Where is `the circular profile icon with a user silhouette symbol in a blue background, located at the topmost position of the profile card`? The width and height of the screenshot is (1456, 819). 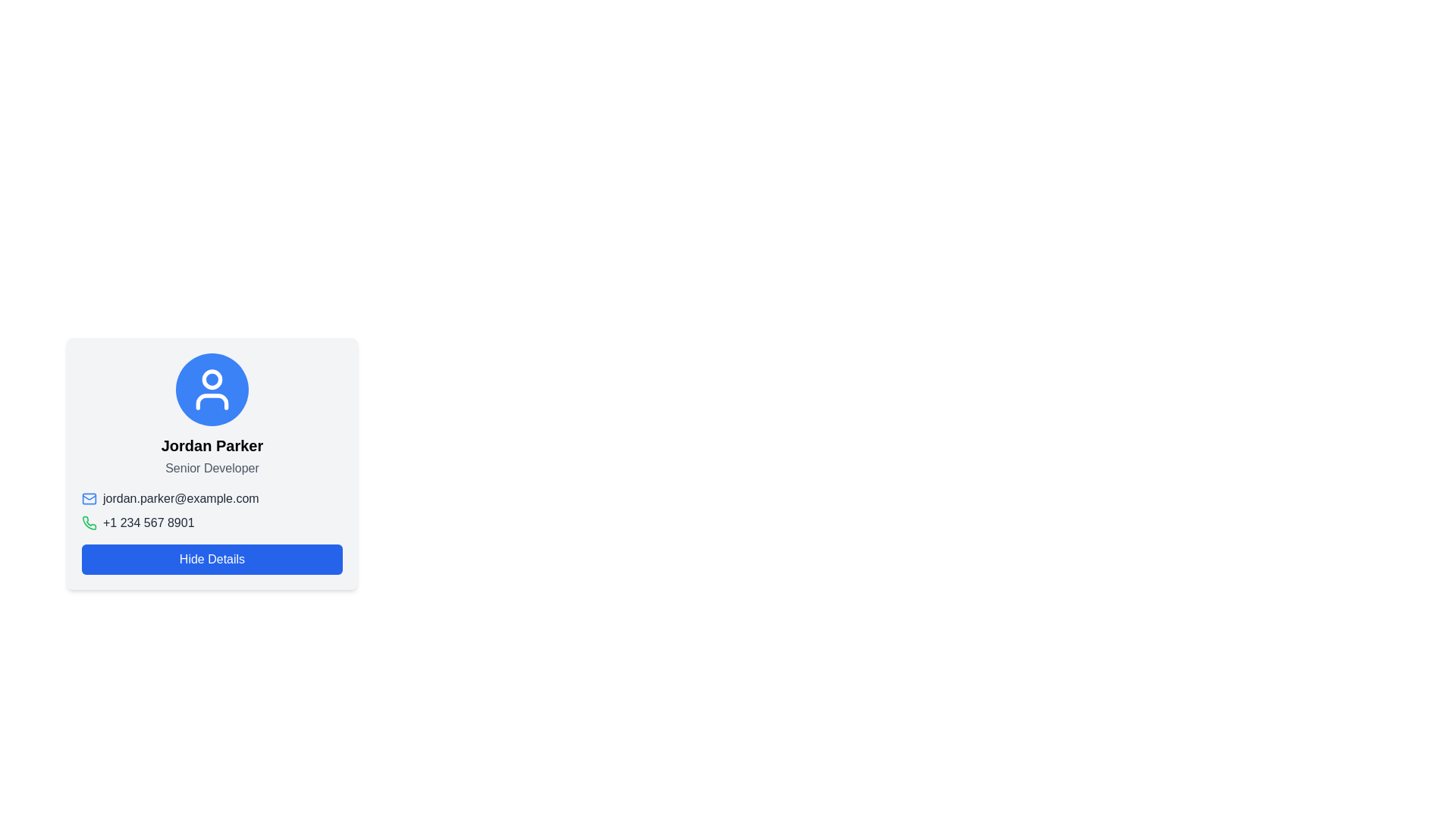 the circular profile icon with a user silhouette symbol in a blue background, located at the topmost position of the profile card is located at coordinates (211, 388).